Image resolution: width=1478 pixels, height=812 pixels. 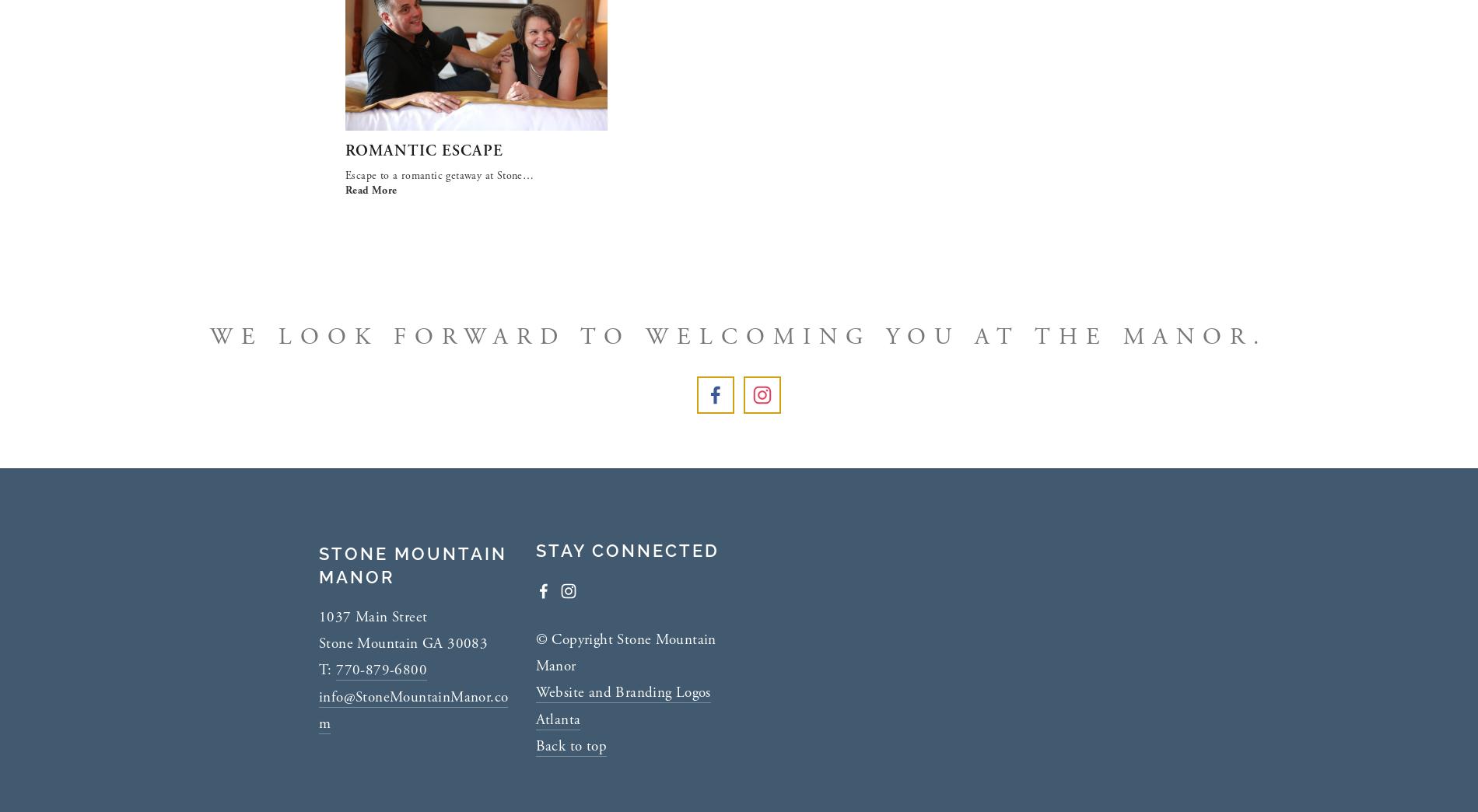 I want to click on 'Romantic Escape', so click(x=424, y=149).